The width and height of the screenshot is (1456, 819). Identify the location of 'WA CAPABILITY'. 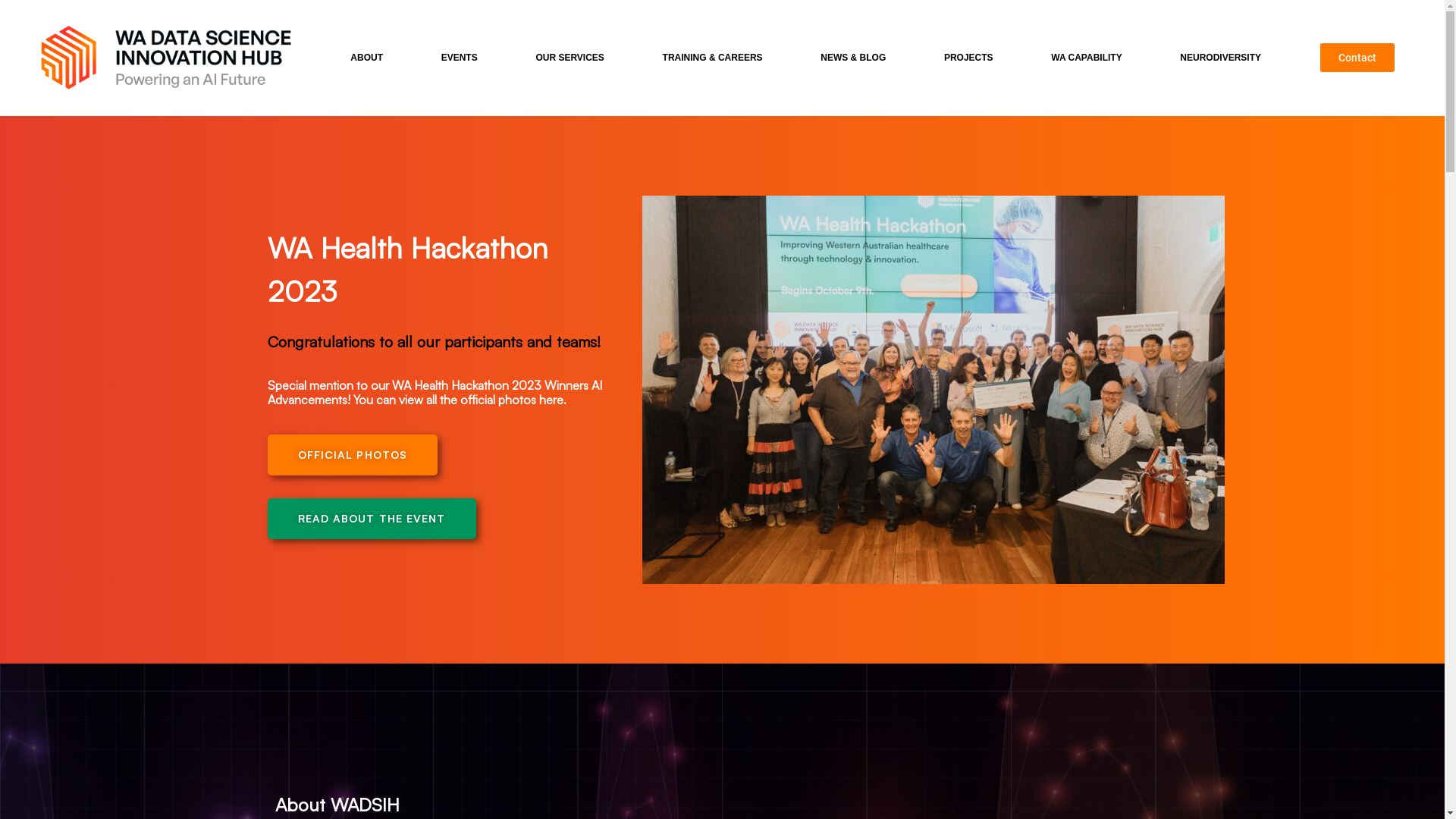
(1090, 57).